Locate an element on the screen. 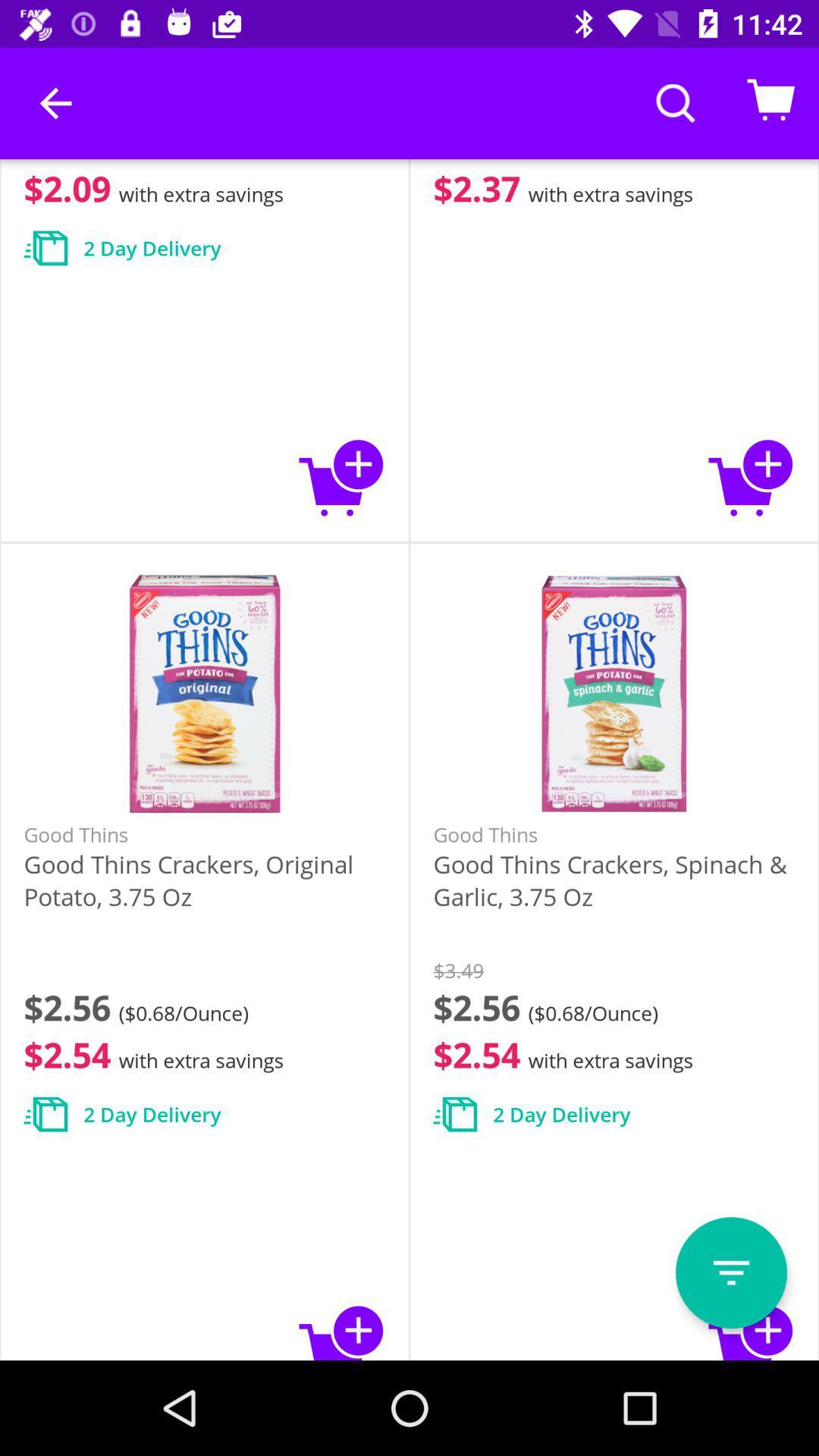 The image size is (819, 1456). click the o is located at coordinates (730, 1272).